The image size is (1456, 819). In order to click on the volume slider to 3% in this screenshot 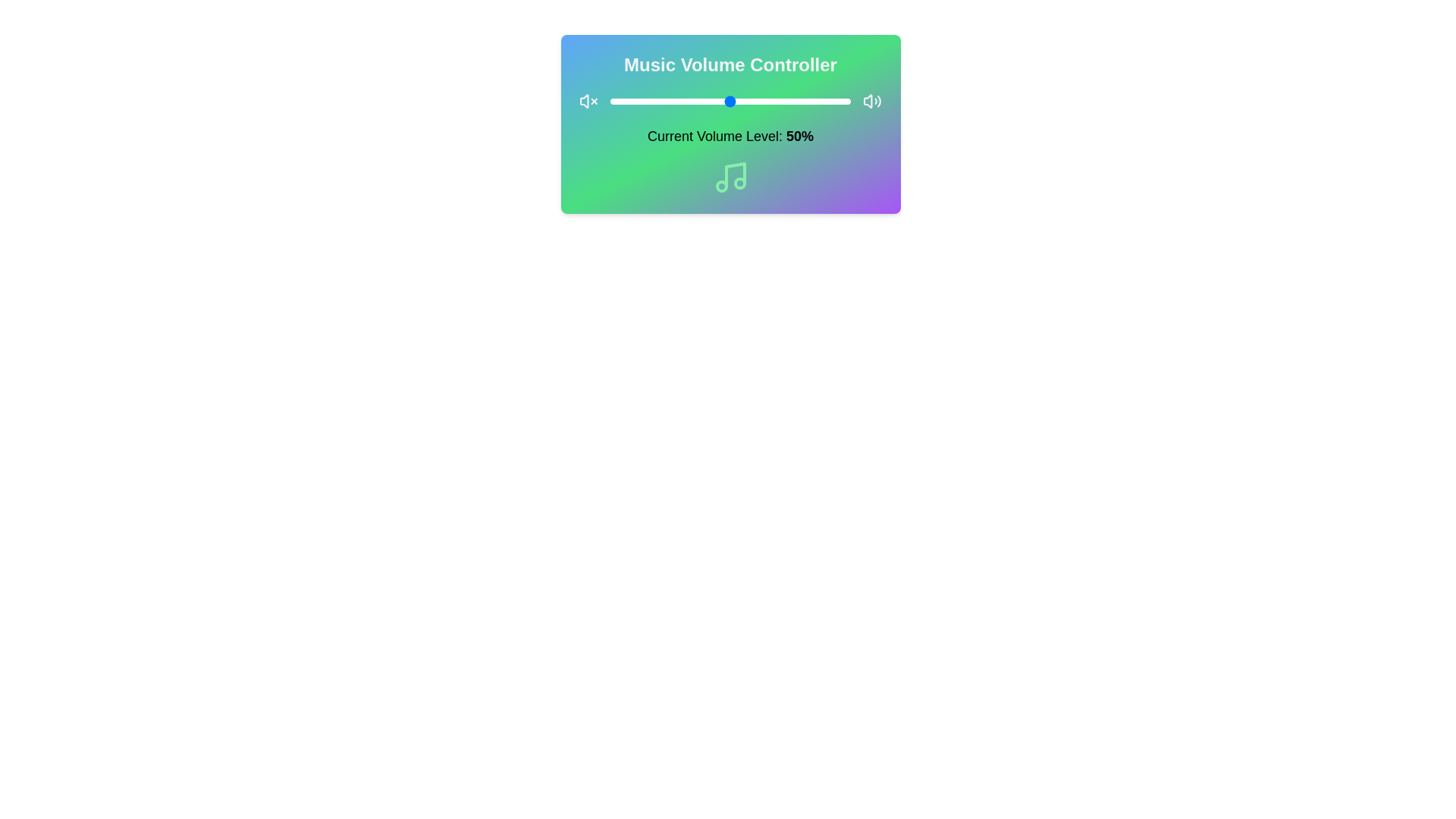, I will do `click(617, 102)`.